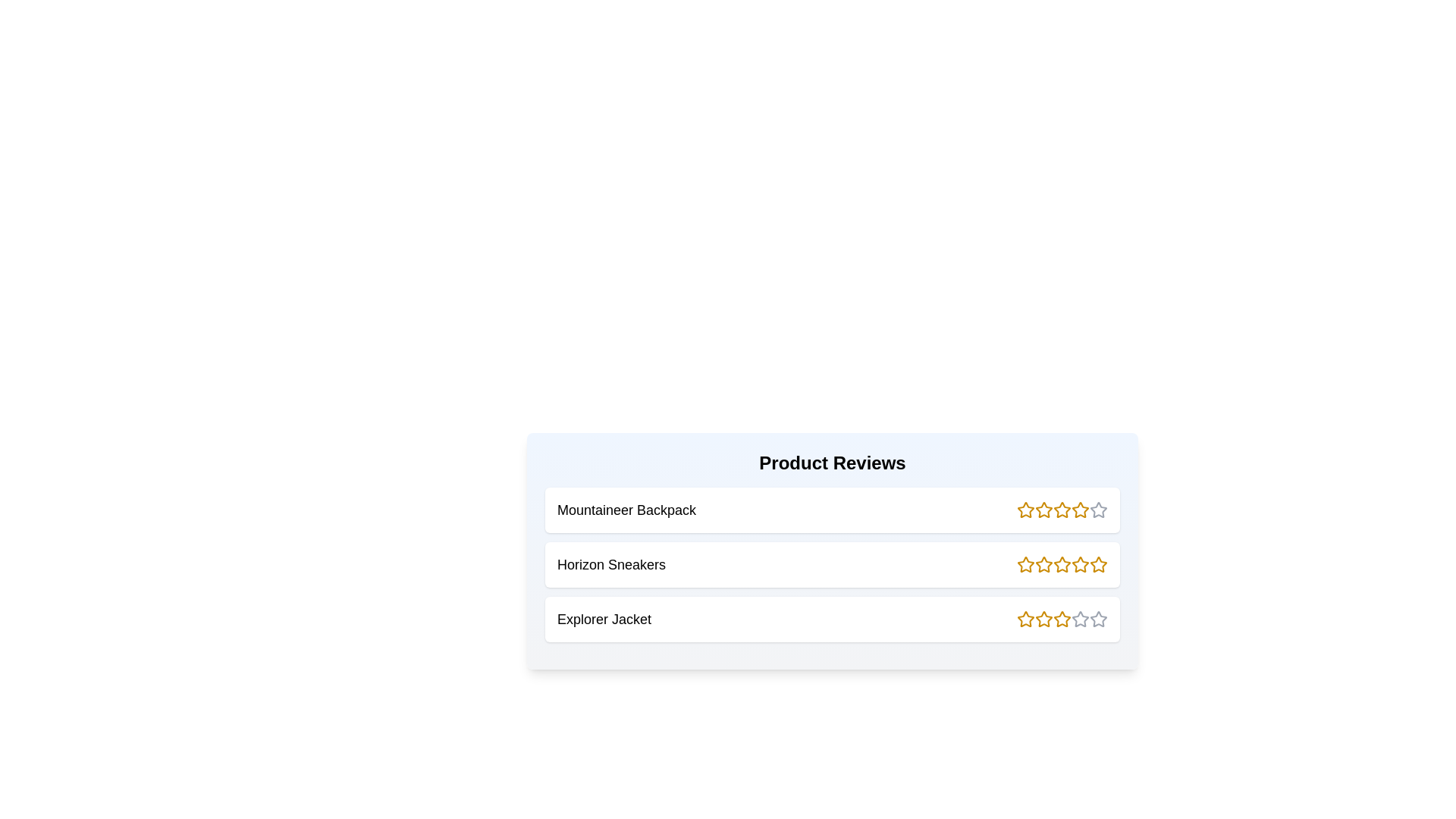 Image resolution: width=1456 pixels, height=819 pixels. What do you see at coordinates (611, 564) in the screenshot?
I see `the product name Horizon Sneakers` at bounding box center [611, 564].